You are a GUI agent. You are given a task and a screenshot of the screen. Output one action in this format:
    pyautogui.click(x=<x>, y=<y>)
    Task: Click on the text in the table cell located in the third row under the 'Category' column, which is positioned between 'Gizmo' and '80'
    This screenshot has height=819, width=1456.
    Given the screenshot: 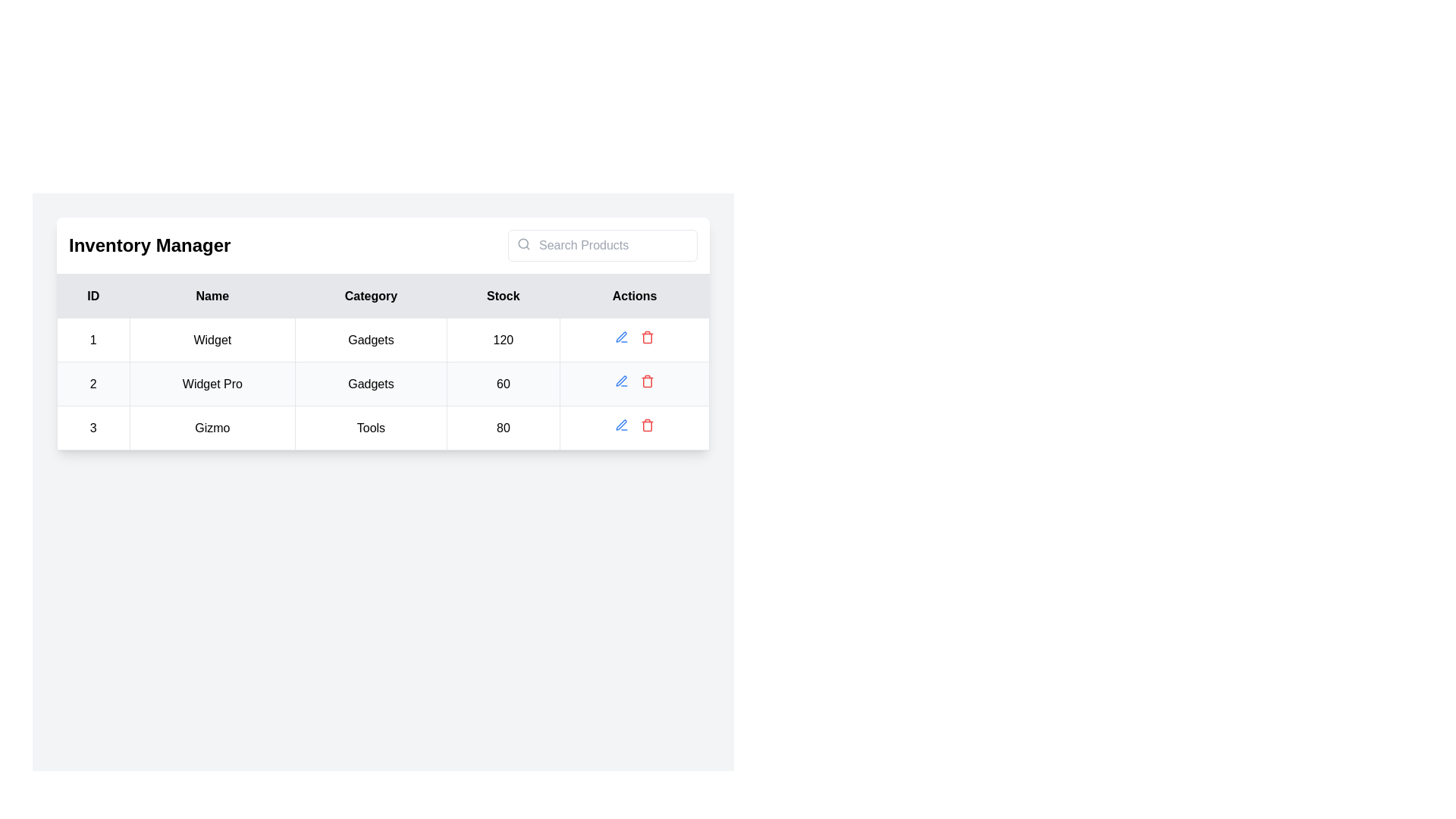 What is the action you would take?
    pyautogui.click(x=383, y=428)
    